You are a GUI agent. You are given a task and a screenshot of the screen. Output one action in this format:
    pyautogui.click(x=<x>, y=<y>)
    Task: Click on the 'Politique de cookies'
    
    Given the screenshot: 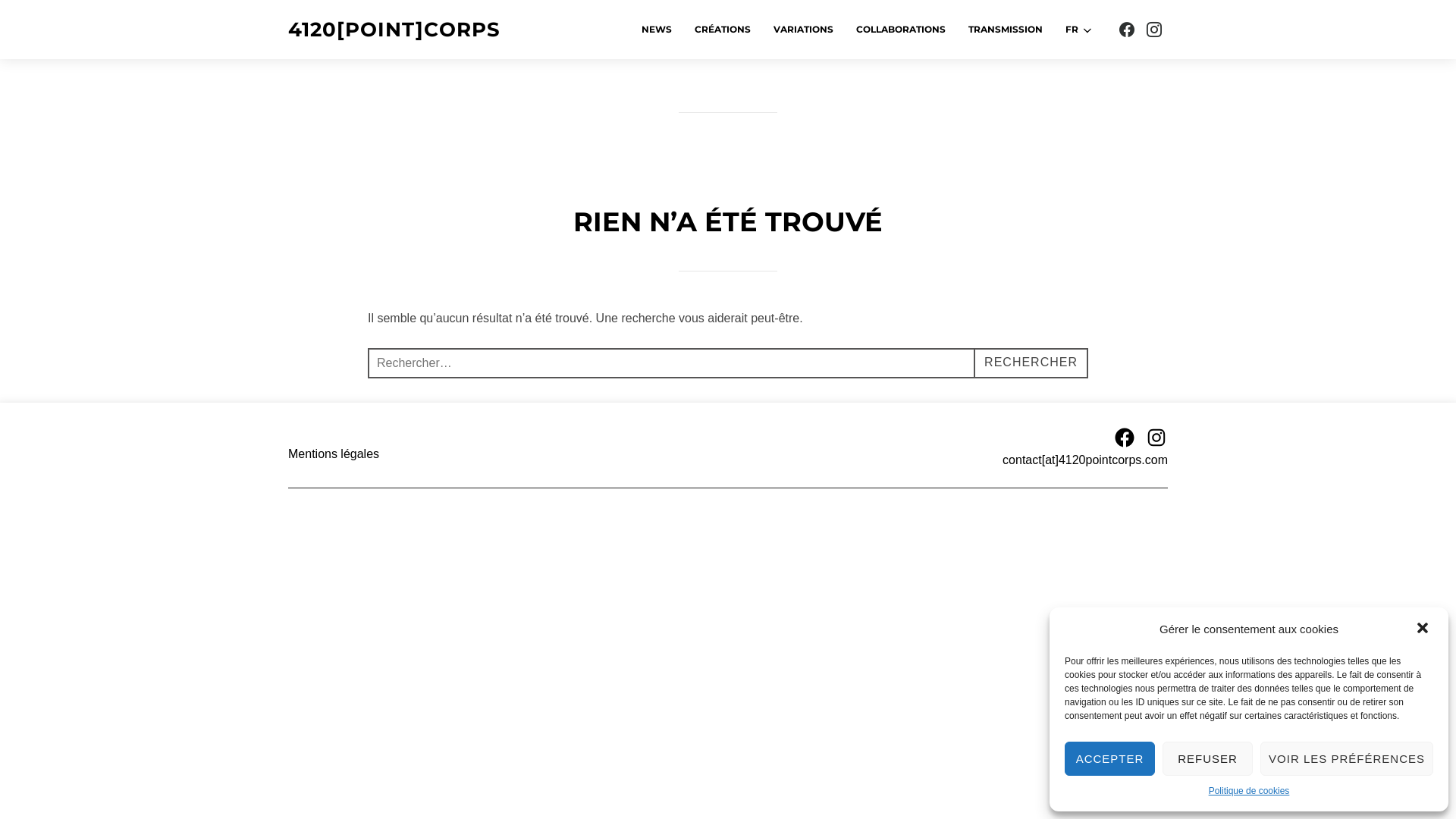 What is the action you would take?
    pyautogui.click(x=1249, y=791)
    